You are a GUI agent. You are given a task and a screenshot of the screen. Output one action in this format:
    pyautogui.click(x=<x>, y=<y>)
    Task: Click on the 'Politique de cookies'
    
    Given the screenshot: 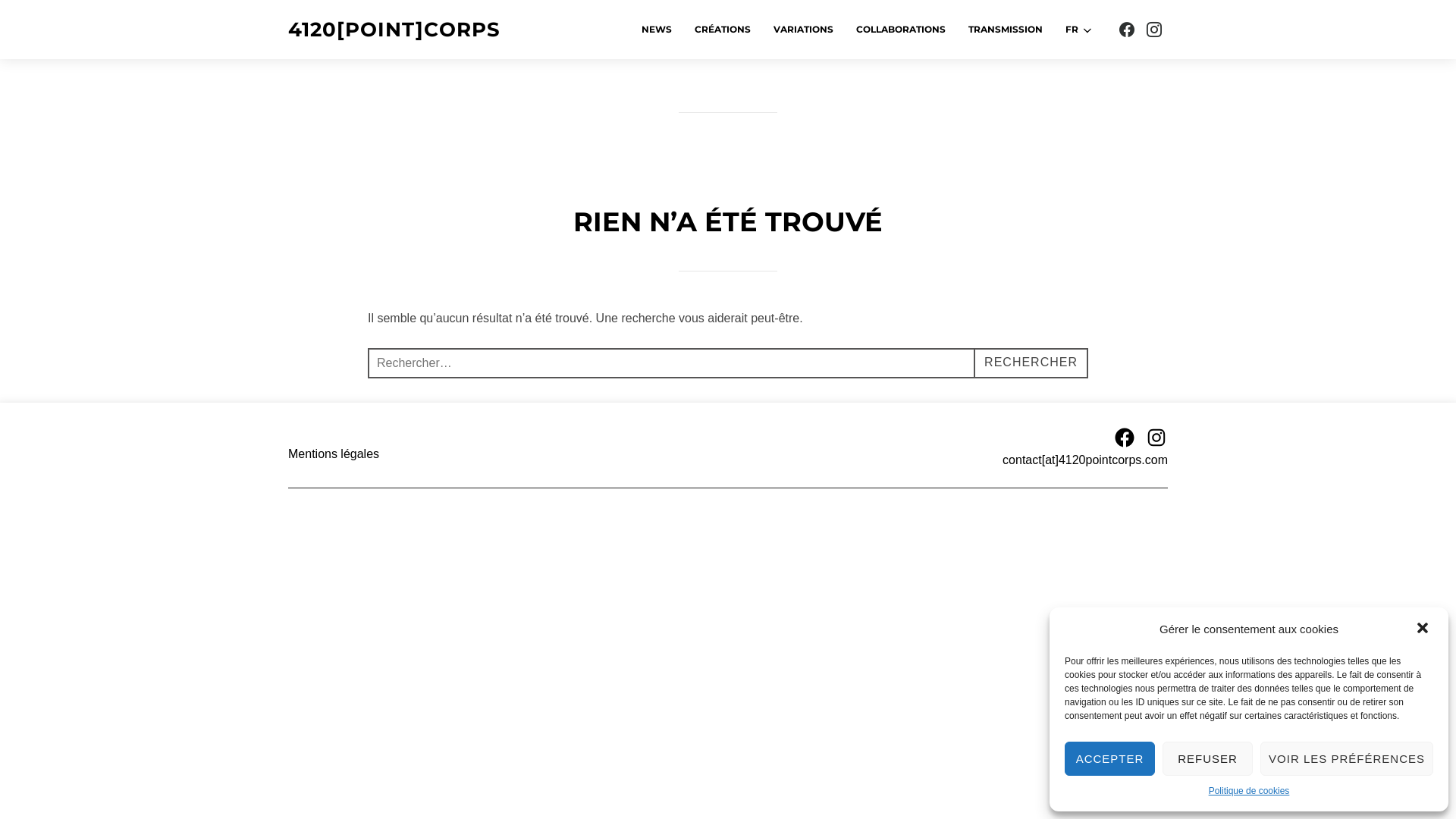 What is the action you would take?
    pyautogui.click(x=1249, y=791)
    